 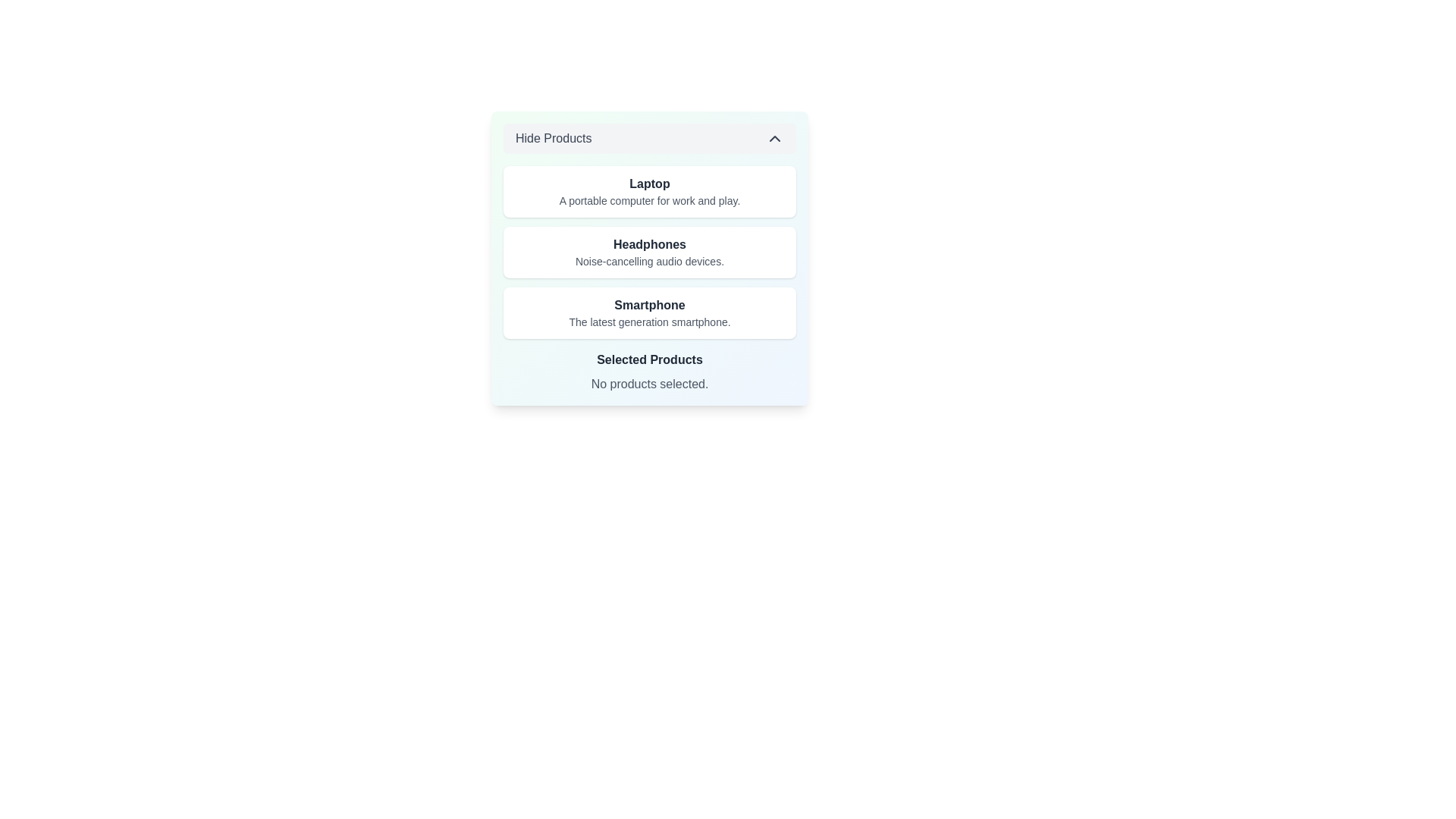 What do you see at coordinates (650, 383) in the screenshot?
I see `the text label displaying 'No products selected.' which is in a smaller, gray-colored font and located directly below 'Selected Products'` at bounding box center [650, 383].